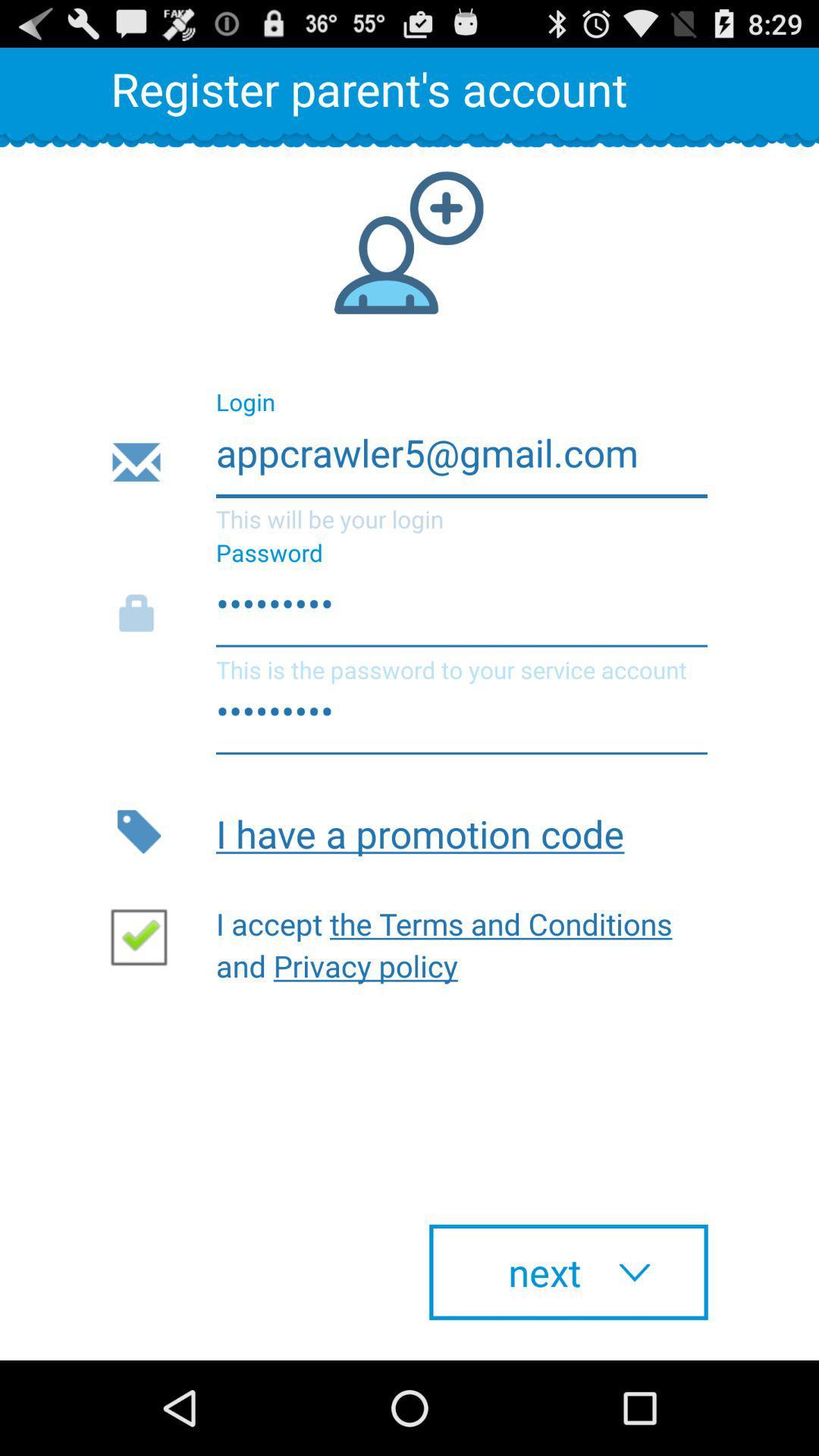 This screenshot has width=819, height=1456. Describe the element at coordinates (408, 613) in the screenshot. I see `the text box which says password` at that location.